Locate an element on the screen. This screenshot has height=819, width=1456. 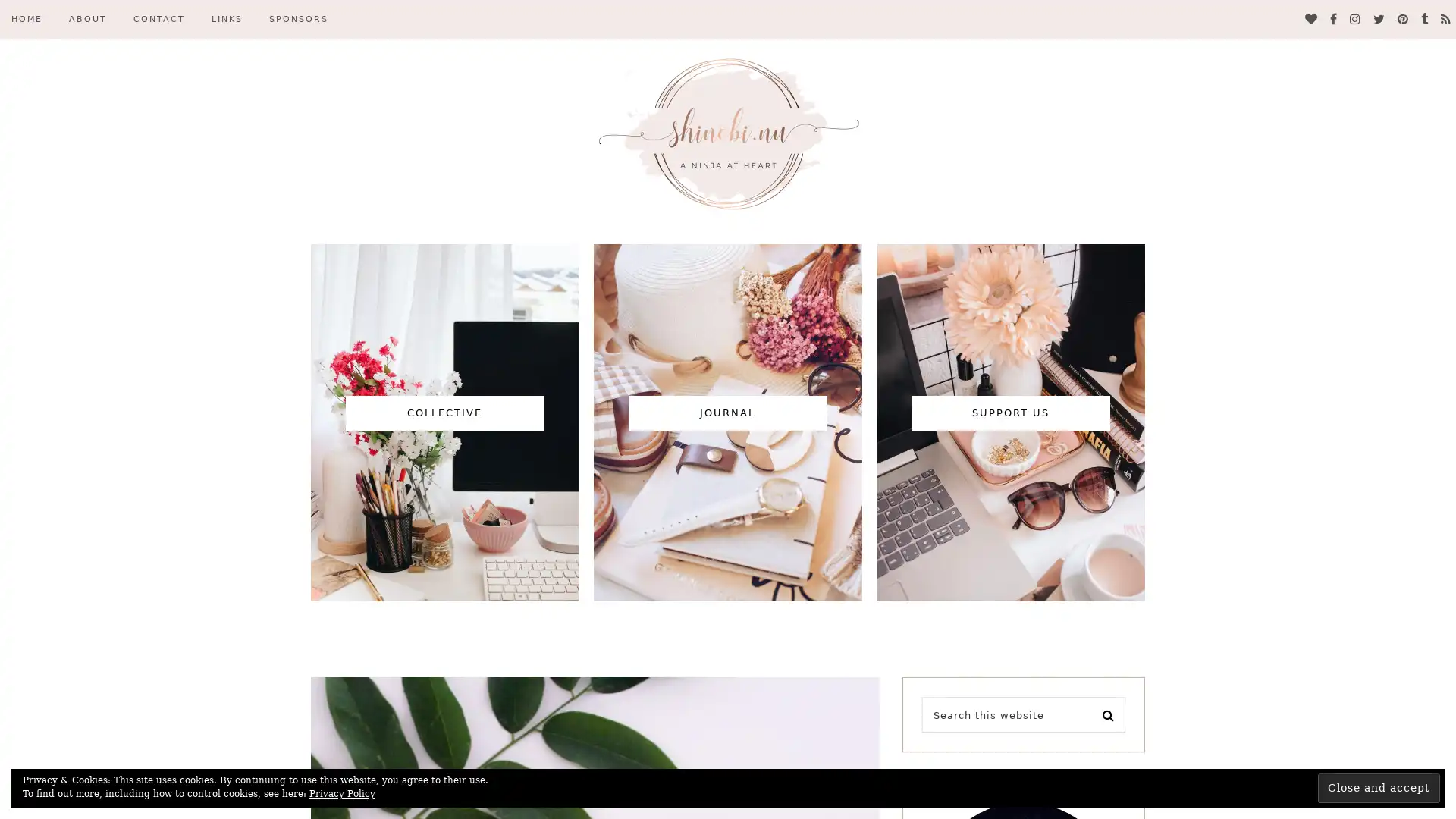
Close and accept is located at coordinates (1379, 787).